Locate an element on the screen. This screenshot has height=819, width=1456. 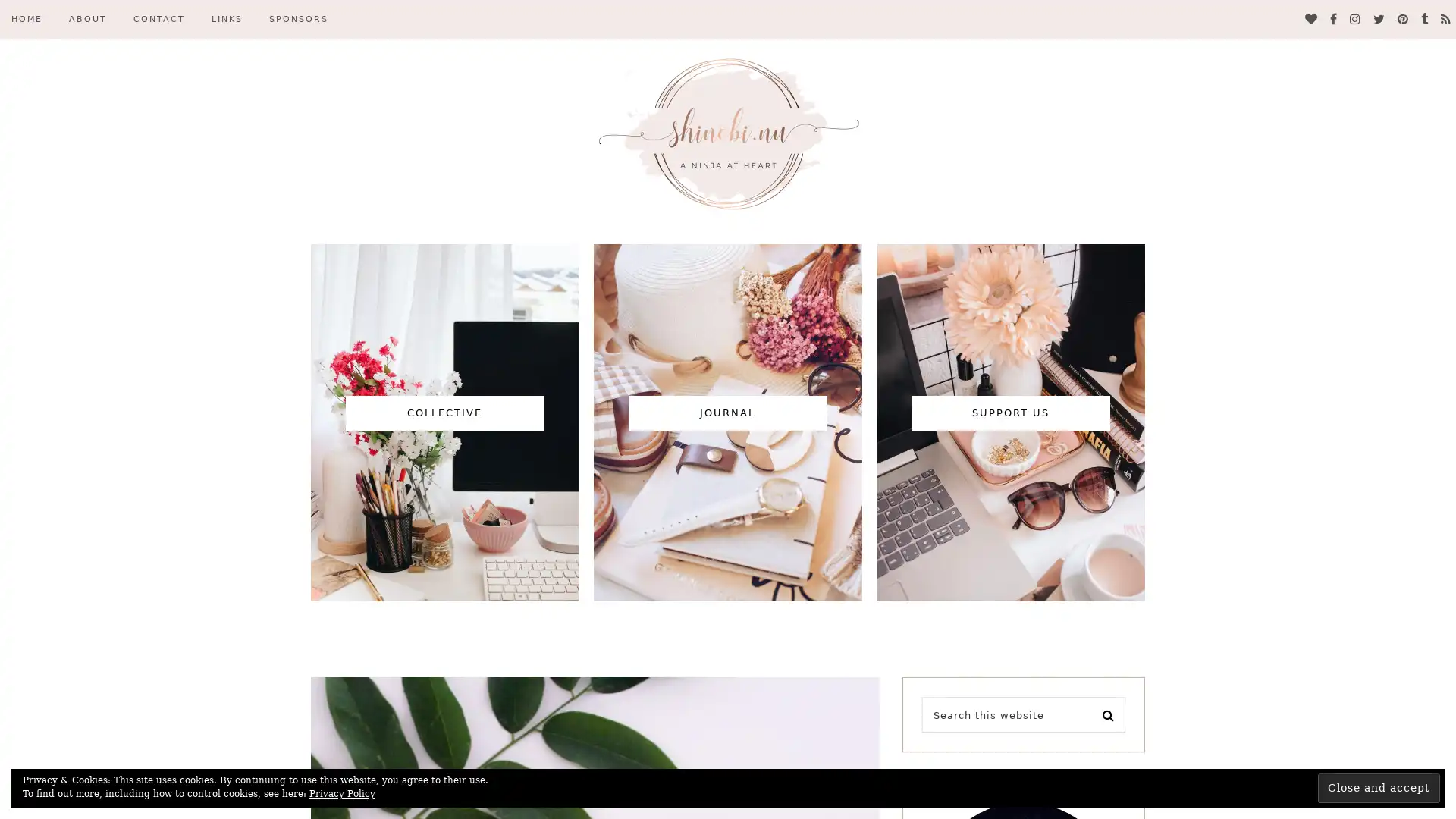
Close and accept is located at coordinates (1379, 787).